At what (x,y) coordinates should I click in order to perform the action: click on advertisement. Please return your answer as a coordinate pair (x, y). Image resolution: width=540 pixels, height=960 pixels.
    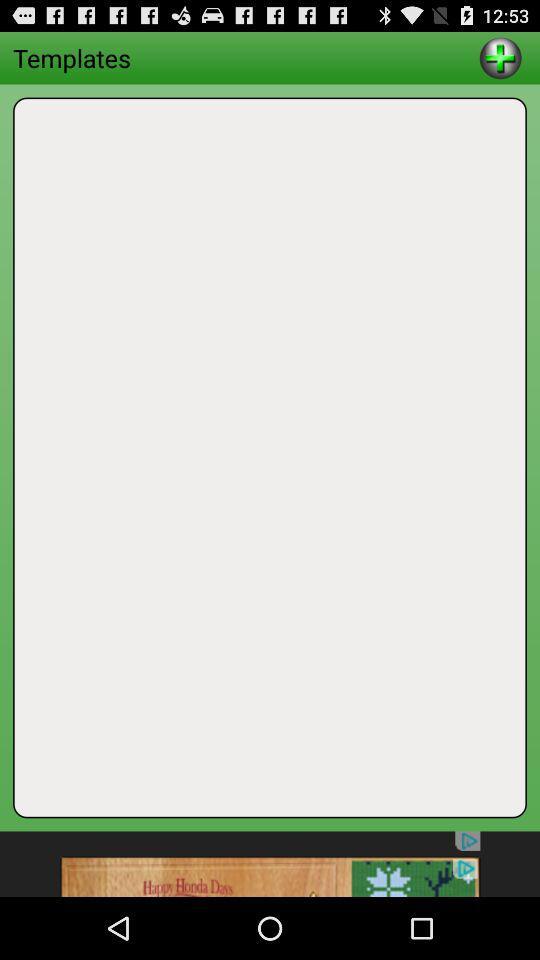
    Looking at the image, I should click on (270, 863).